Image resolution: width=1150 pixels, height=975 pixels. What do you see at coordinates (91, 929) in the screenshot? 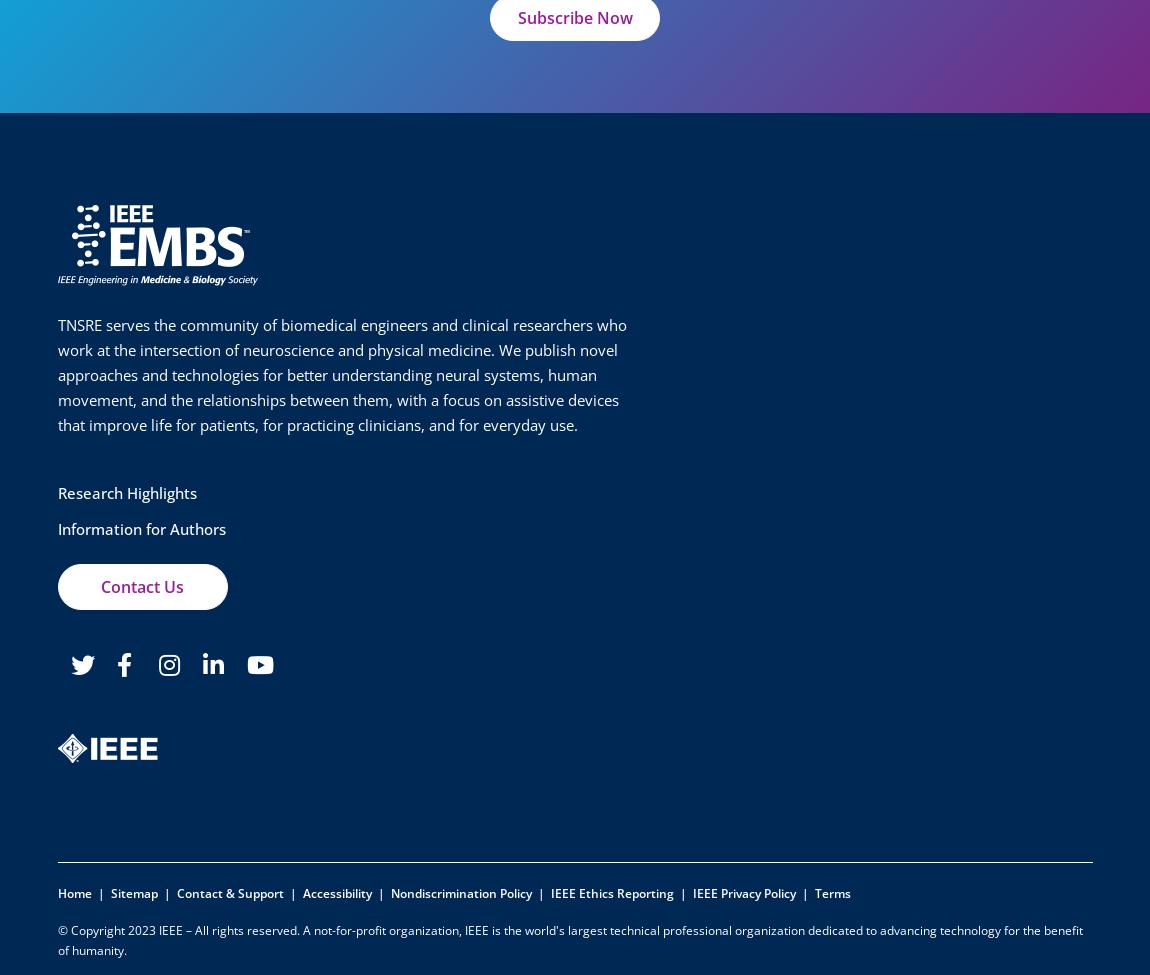
I see `'© Copyright'` at bounding box center [91, 929].